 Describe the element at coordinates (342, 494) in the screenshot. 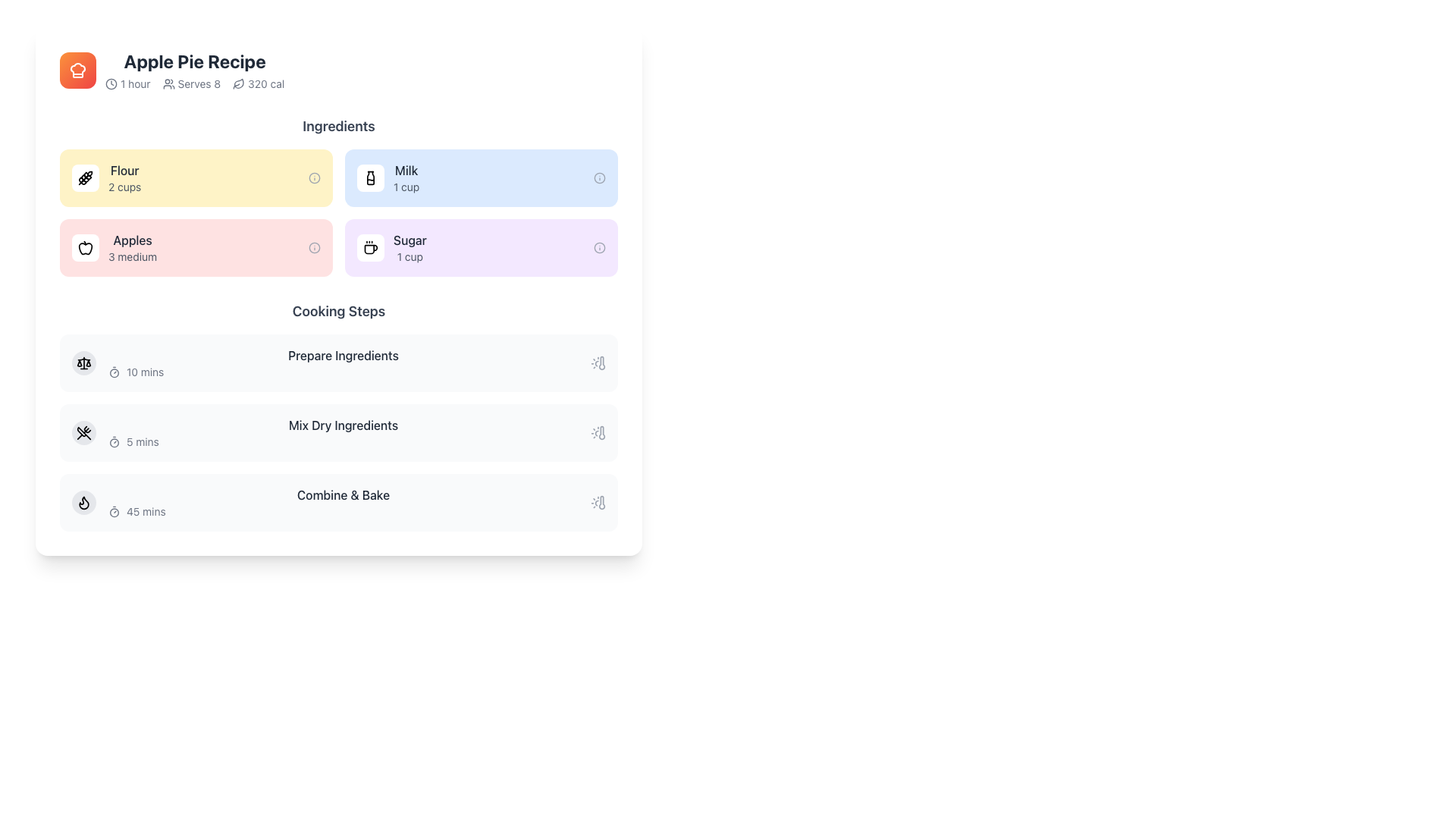

I see `the title label for the cooking step, which is centered within the third cooking step item, positioned below 'Mix Dry Ingredients' and above the '45 mins' icon and text` at that location.